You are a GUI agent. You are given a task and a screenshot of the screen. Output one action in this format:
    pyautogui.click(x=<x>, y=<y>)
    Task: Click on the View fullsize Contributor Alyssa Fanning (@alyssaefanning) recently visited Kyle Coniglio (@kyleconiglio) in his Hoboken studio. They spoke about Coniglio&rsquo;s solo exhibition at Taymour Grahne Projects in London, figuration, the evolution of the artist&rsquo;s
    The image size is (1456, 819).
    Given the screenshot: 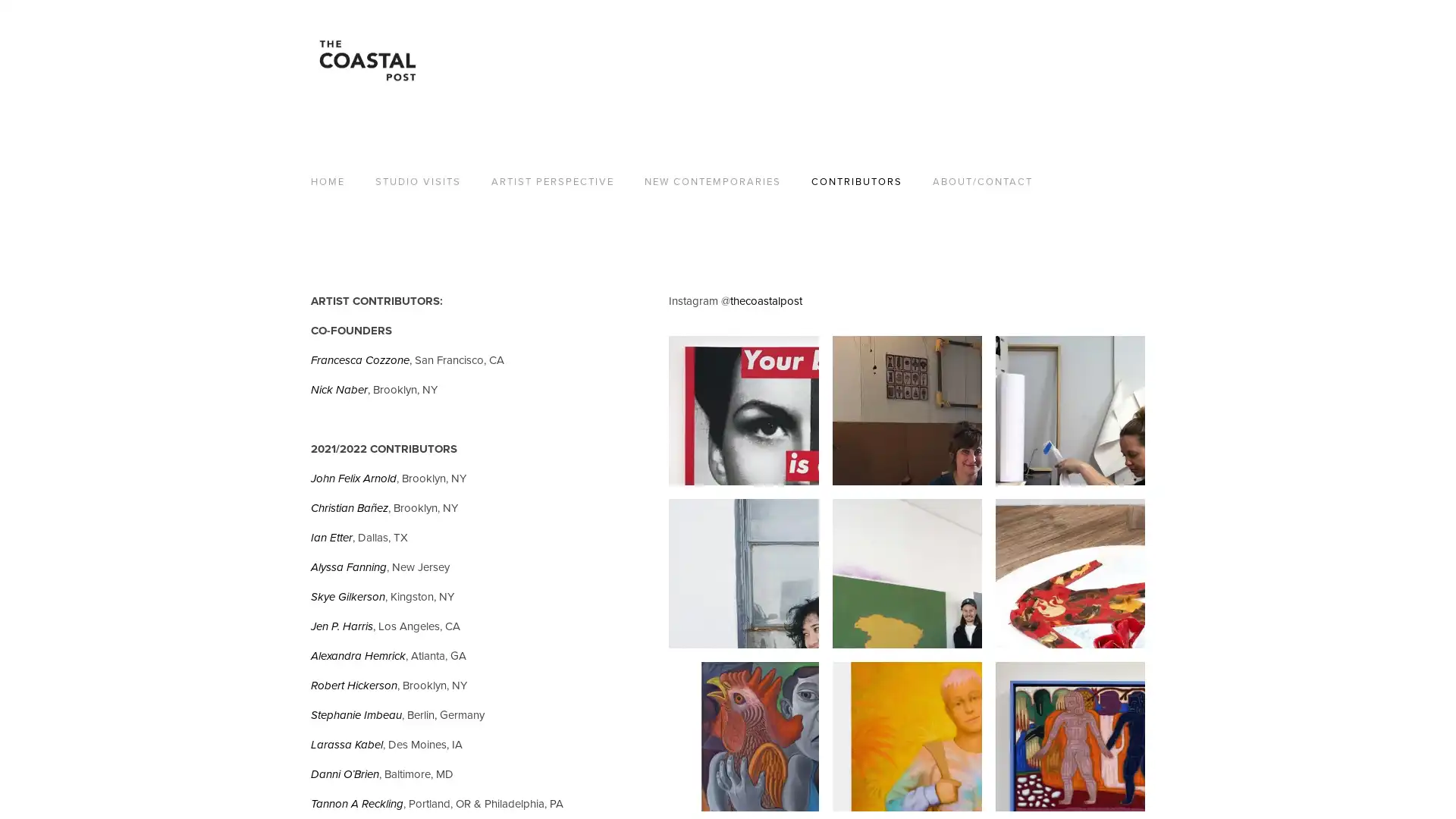 What is the action you would take?
    pyautogui.click(x=906, y=736)
    